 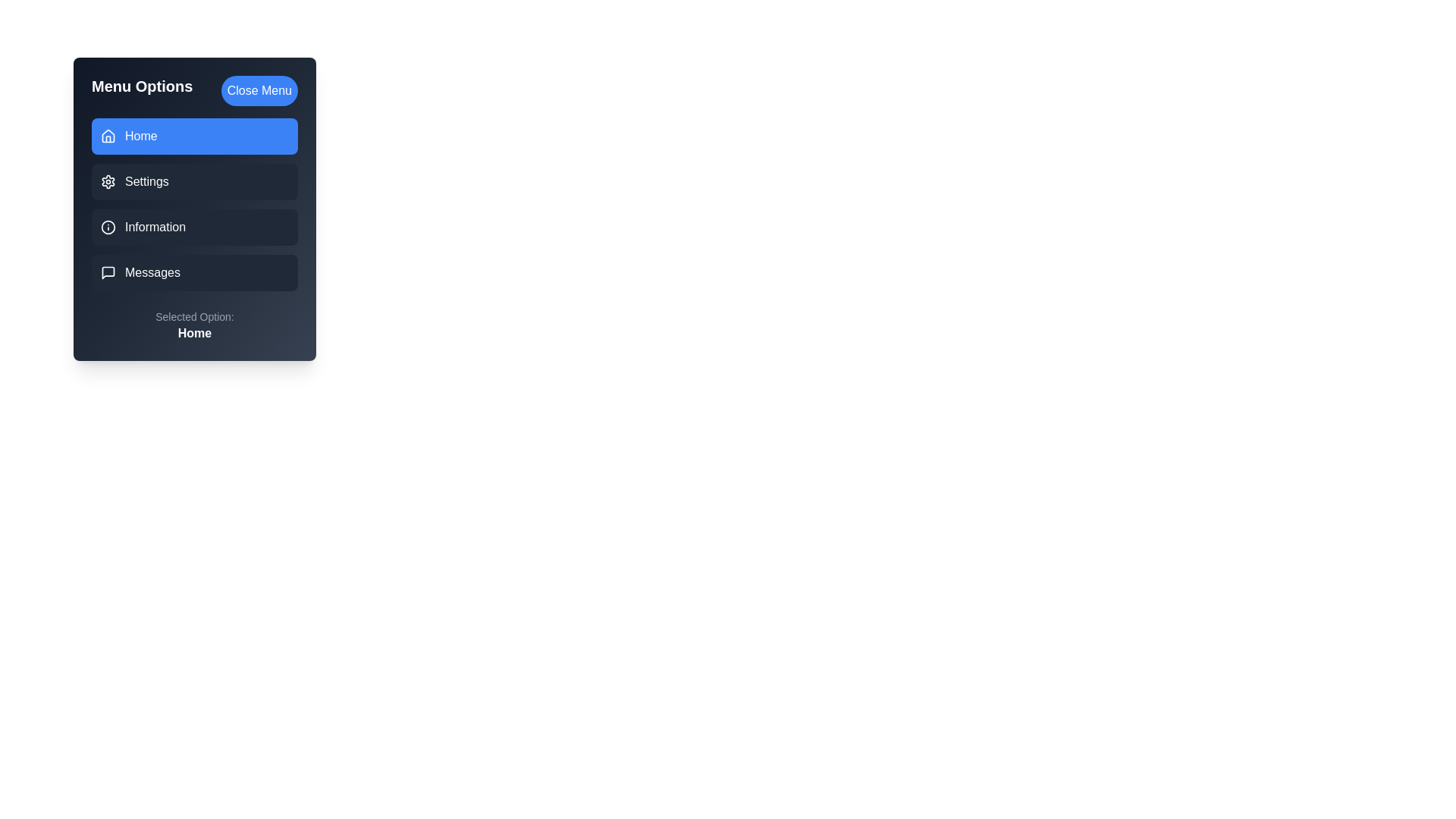 What do you see at coordinates (194, 136) in the screenshot?
I see `the blue rectangular 'Home' button with rounded corners` at bounding box center [194, 136].